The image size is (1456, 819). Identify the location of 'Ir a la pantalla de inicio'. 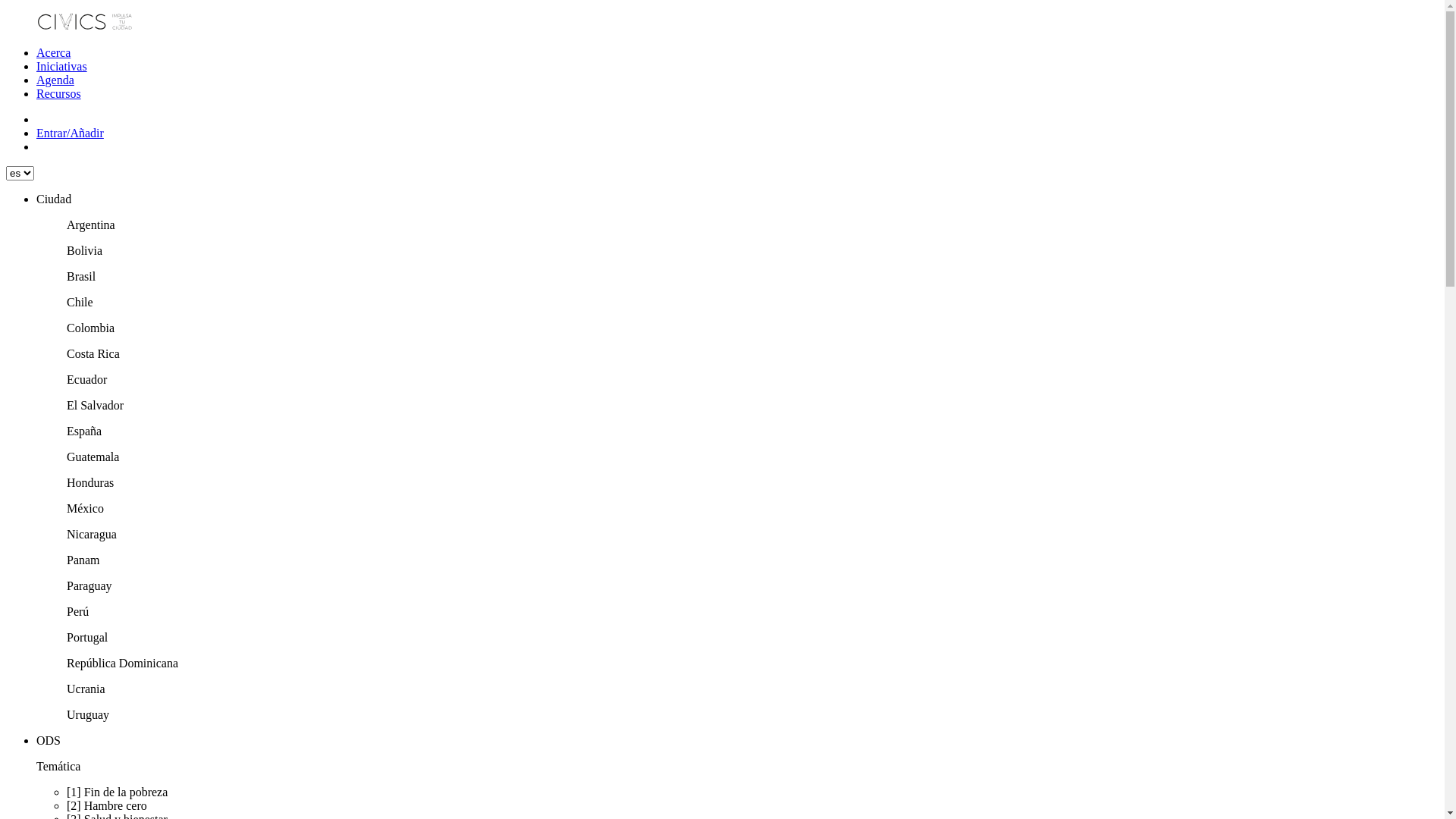
(85, 27).